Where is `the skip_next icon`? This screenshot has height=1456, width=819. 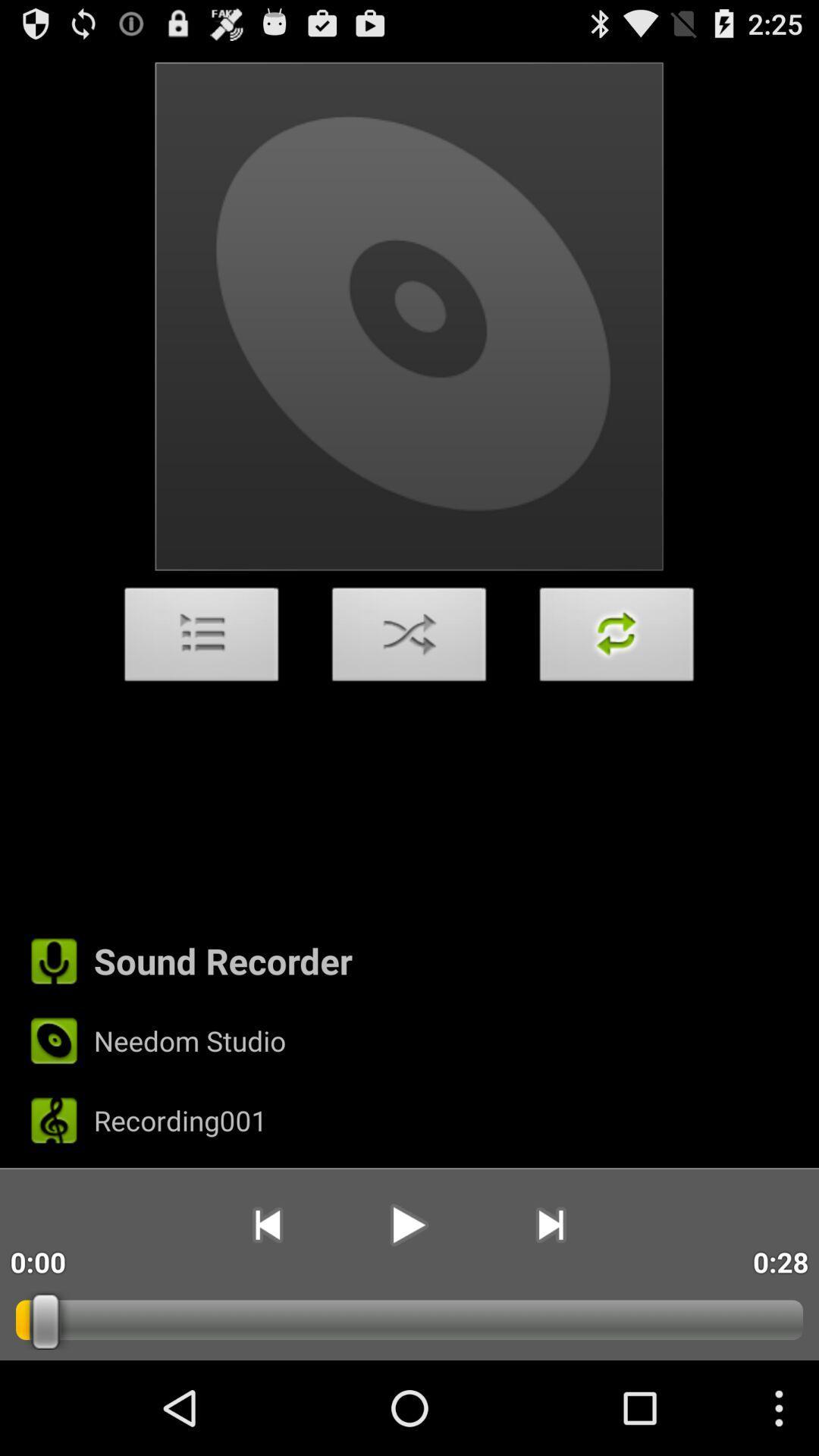 the skip_next icon is located at coordinates (551, 1310).